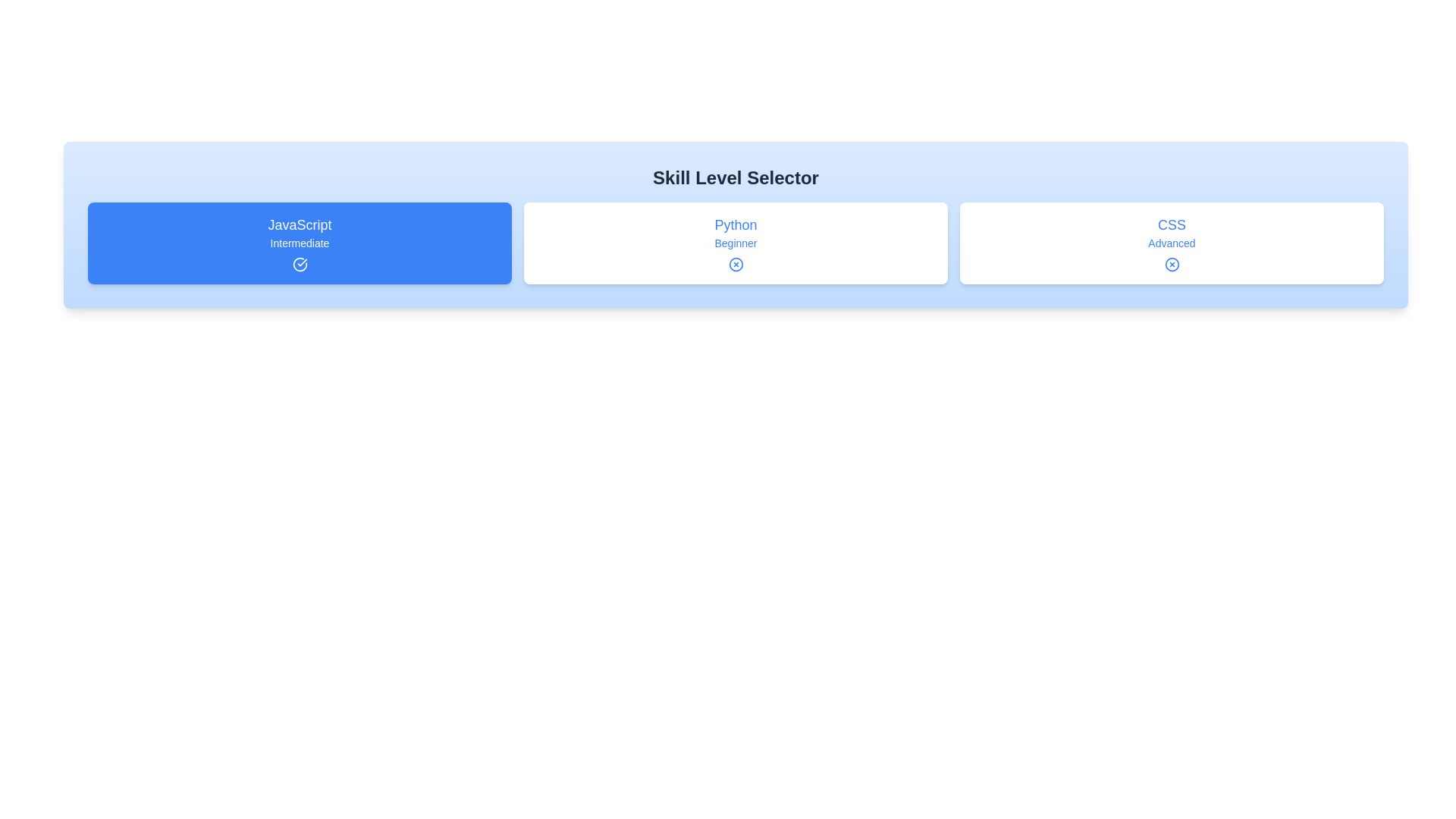 This screenshot has height=819, width=1456. I want to click on the skill chip labeled 'Python' by clicking on it, so click(736, 242).